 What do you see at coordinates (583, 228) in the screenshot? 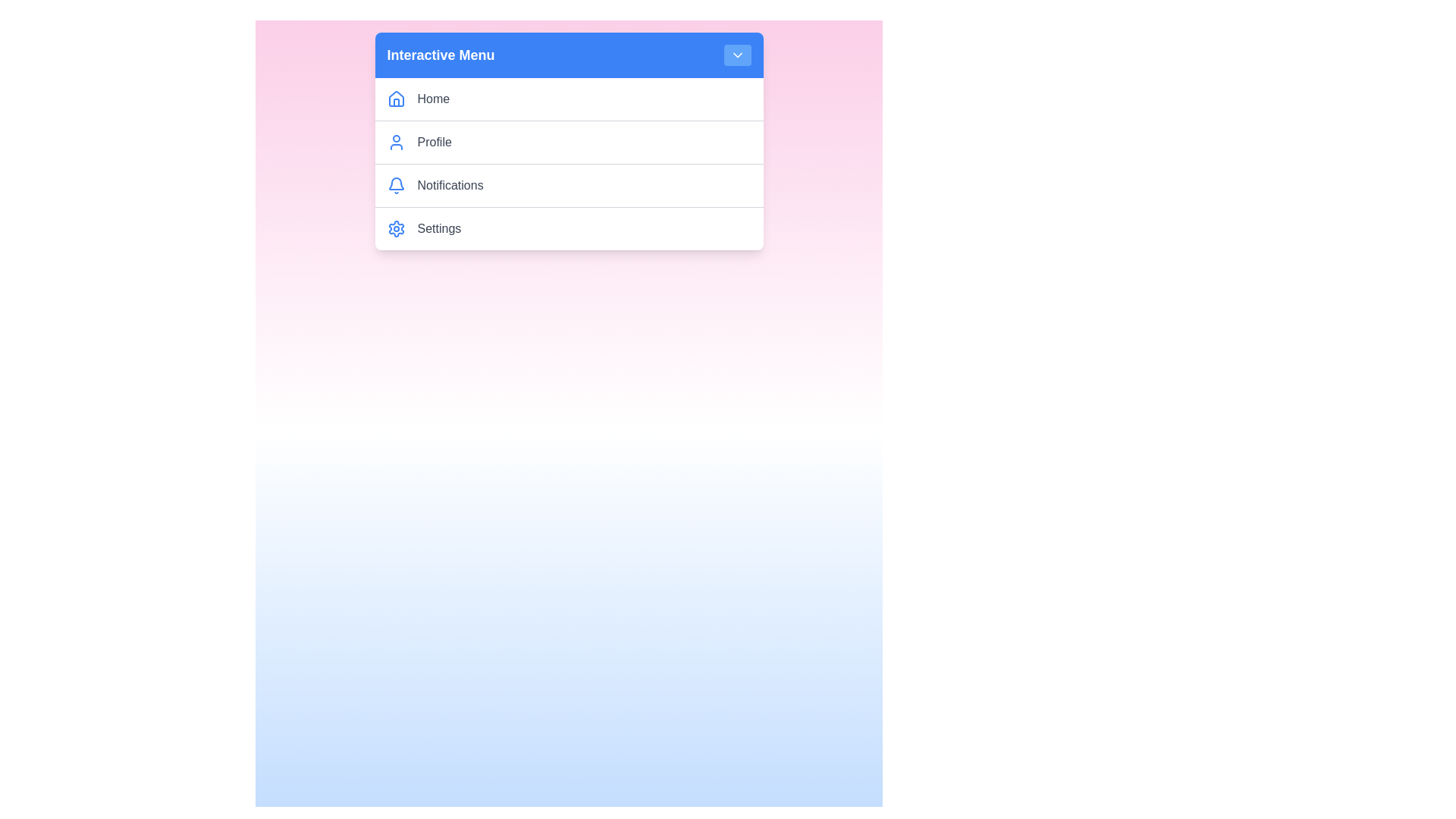
I see `the menu item Settings by clicking on it` at bounding box center [583, 228].